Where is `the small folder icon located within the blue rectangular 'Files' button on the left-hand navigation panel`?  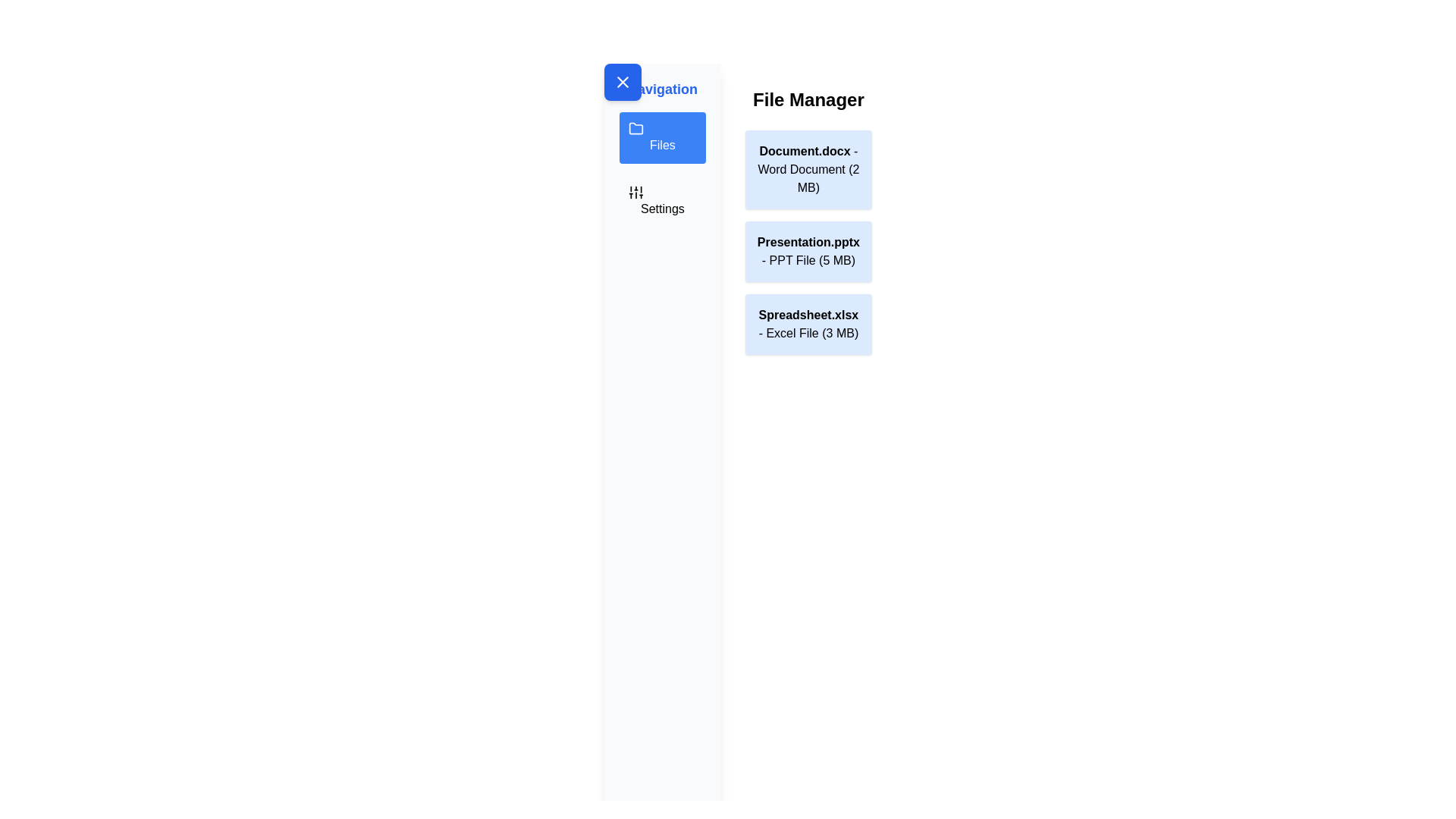
the small folder icon located within the blue rectangular 'Files' button on the left-hand navigation panel is located at coordinates (636, 127).